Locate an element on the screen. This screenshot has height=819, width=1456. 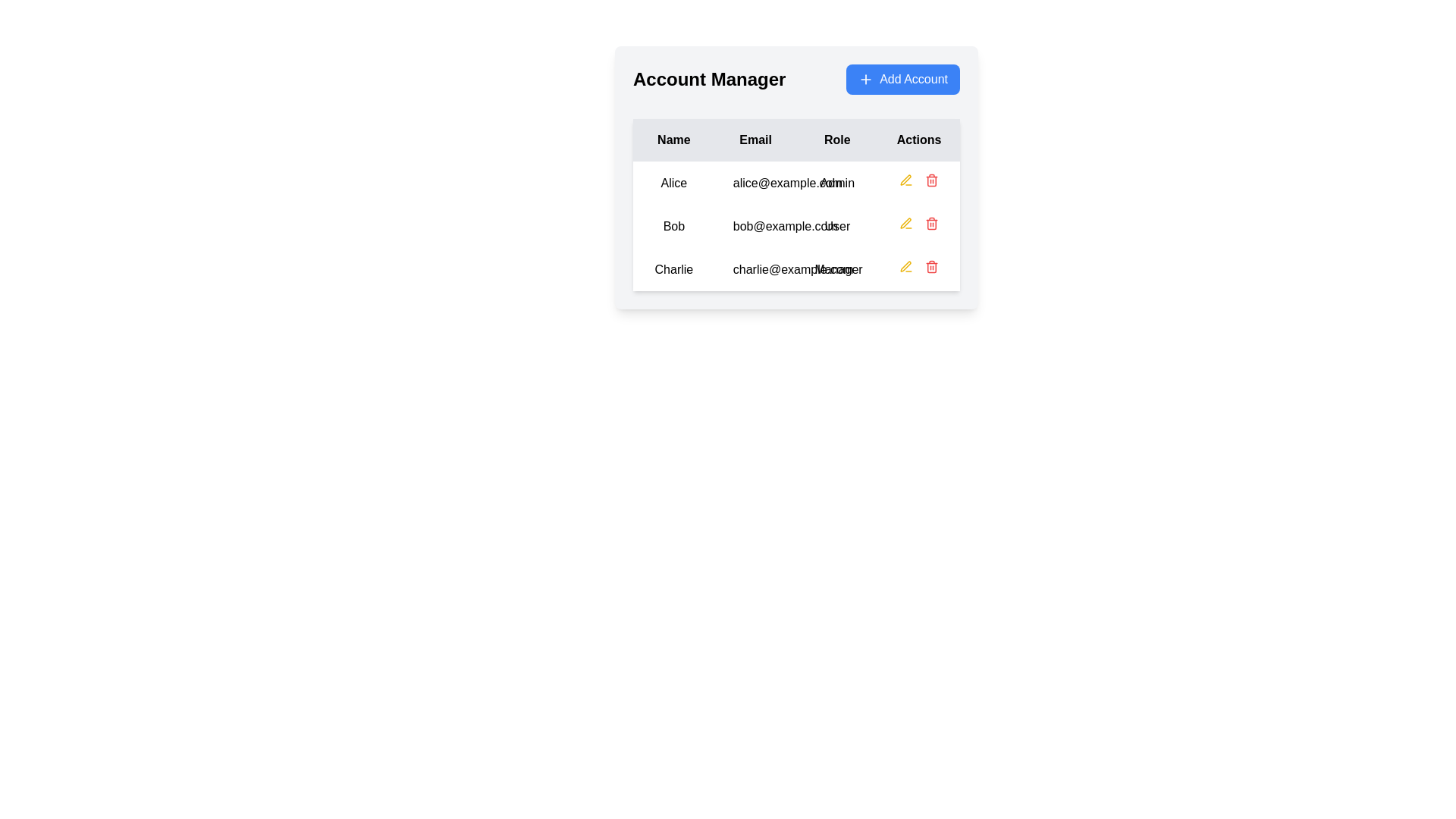
the static text field displaying the email address of user 'Charlie', located in the second column of the last row of the table under the heading 'Email' is located at coordinates (755, 268).